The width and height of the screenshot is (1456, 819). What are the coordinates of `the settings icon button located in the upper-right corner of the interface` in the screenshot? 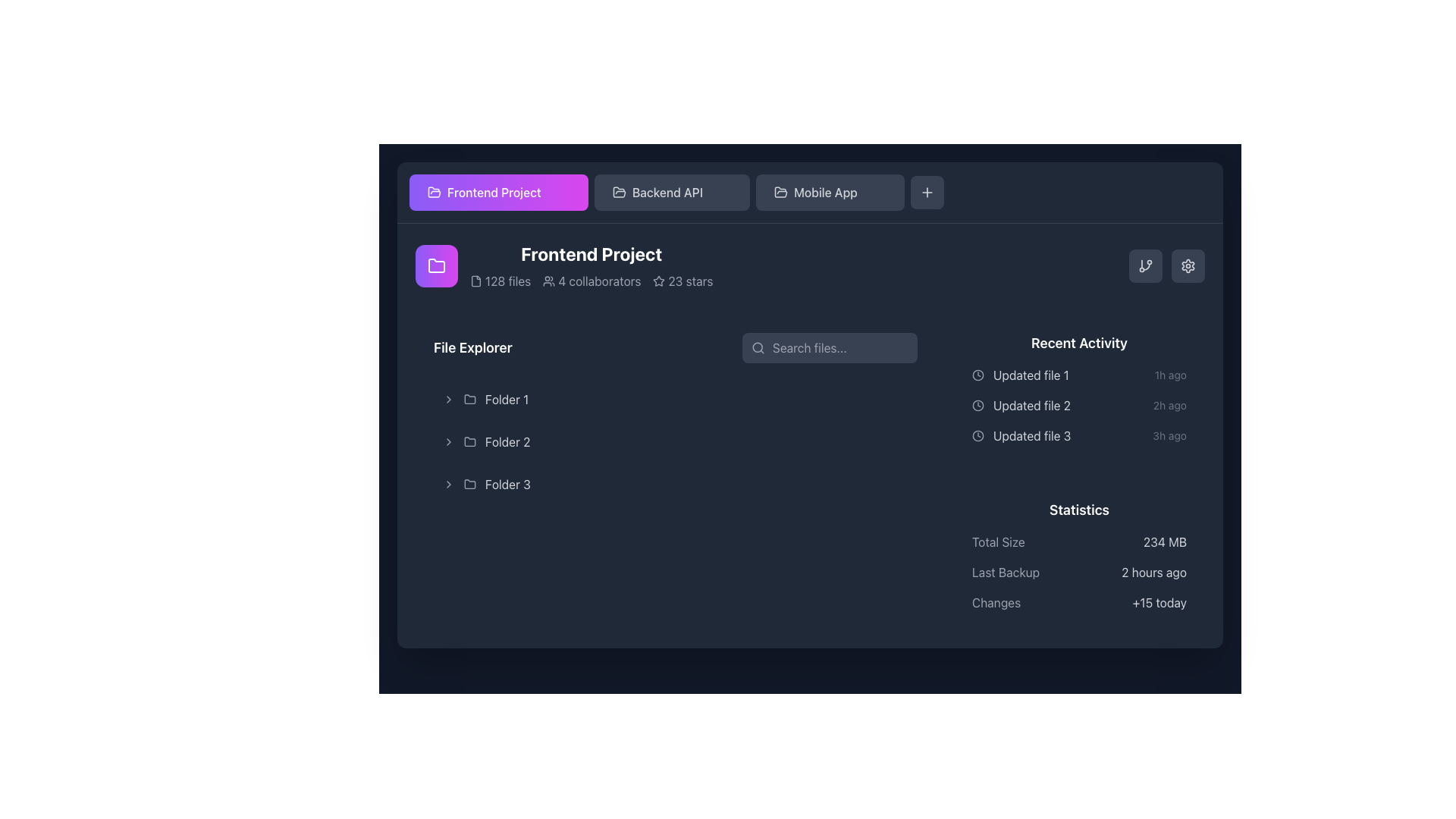 It's located at (1187, 265).